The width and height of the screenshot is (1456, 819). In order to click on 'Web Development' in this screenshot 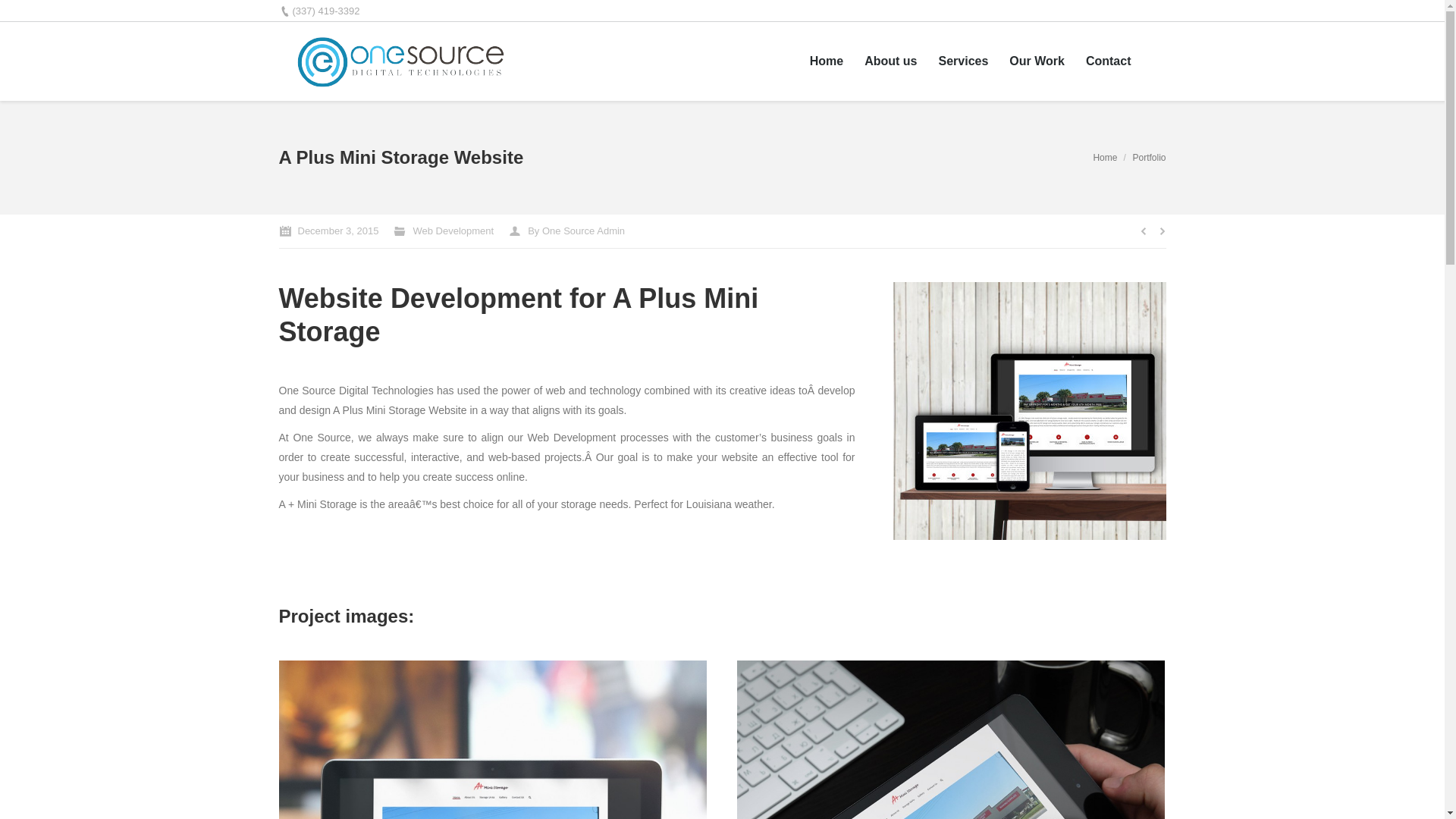, I will do `click(452, 231)`.